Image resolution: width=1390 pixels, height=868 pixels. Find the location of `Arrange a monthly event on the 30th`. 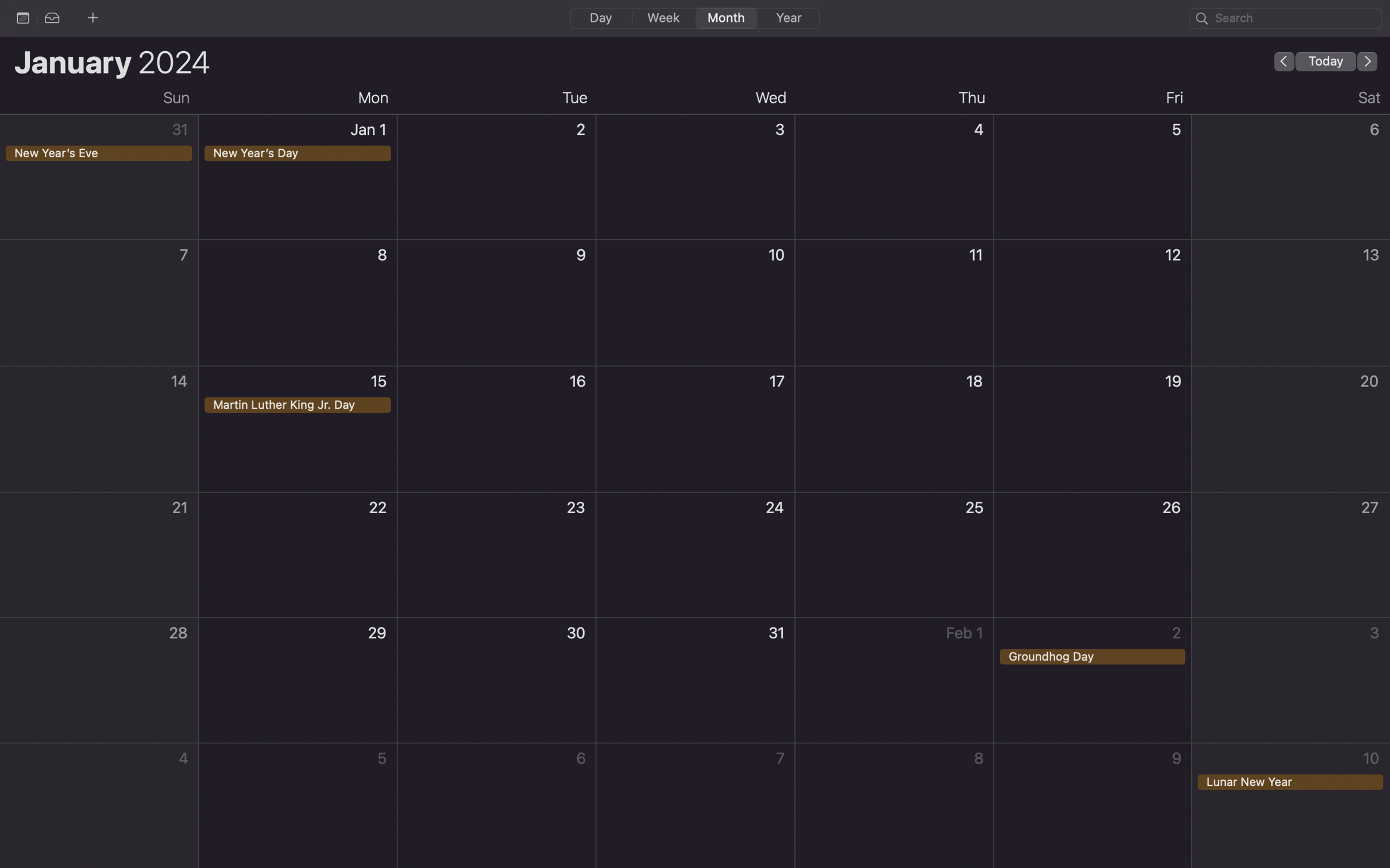

Arrange a monthly event on the 30th is located at coordinates (497, 681).